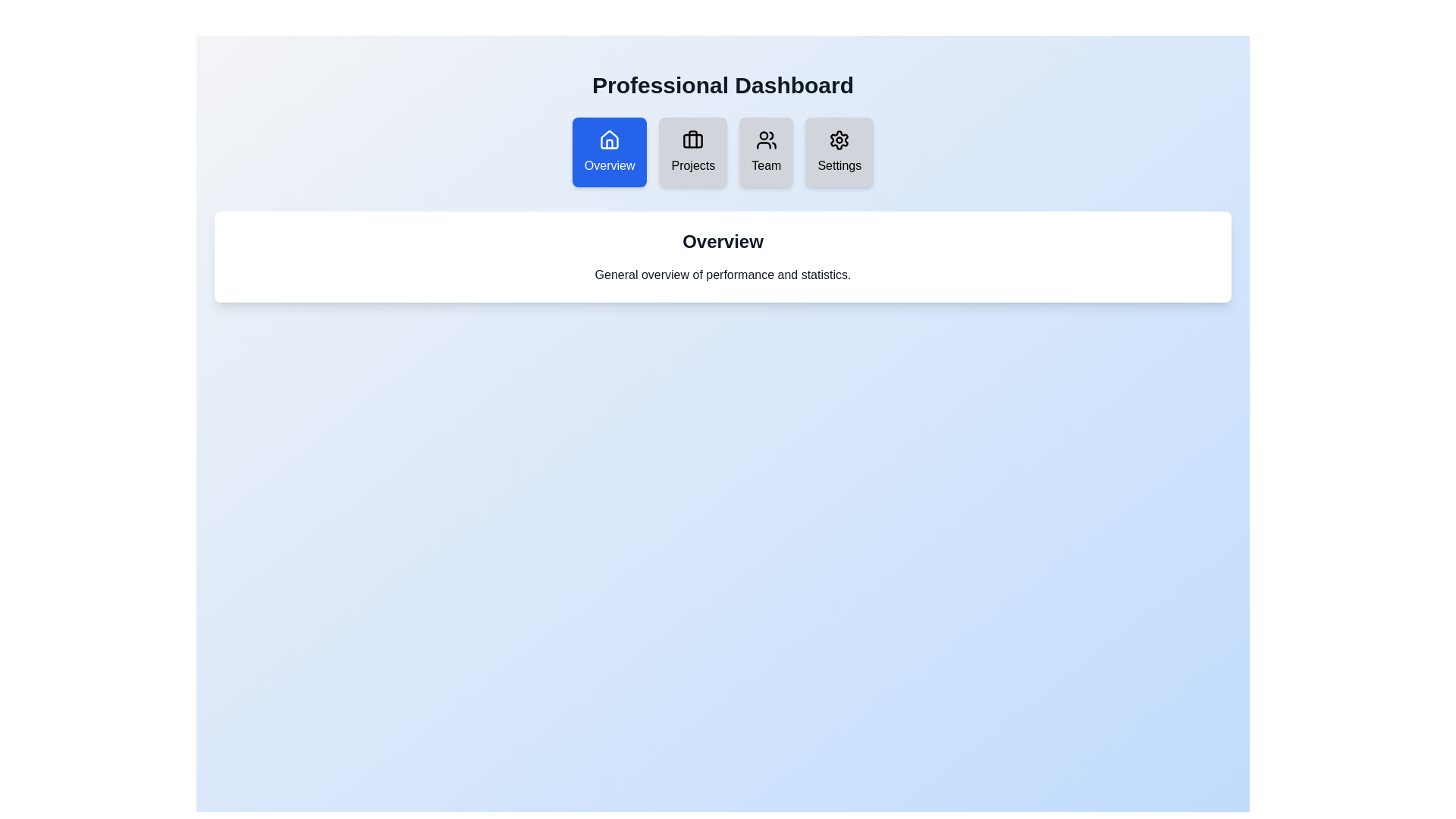  Describe the element at coordinates (766, 152) in the screenshot. I see `the tab labeled Team to observe its visual effects` at that location.